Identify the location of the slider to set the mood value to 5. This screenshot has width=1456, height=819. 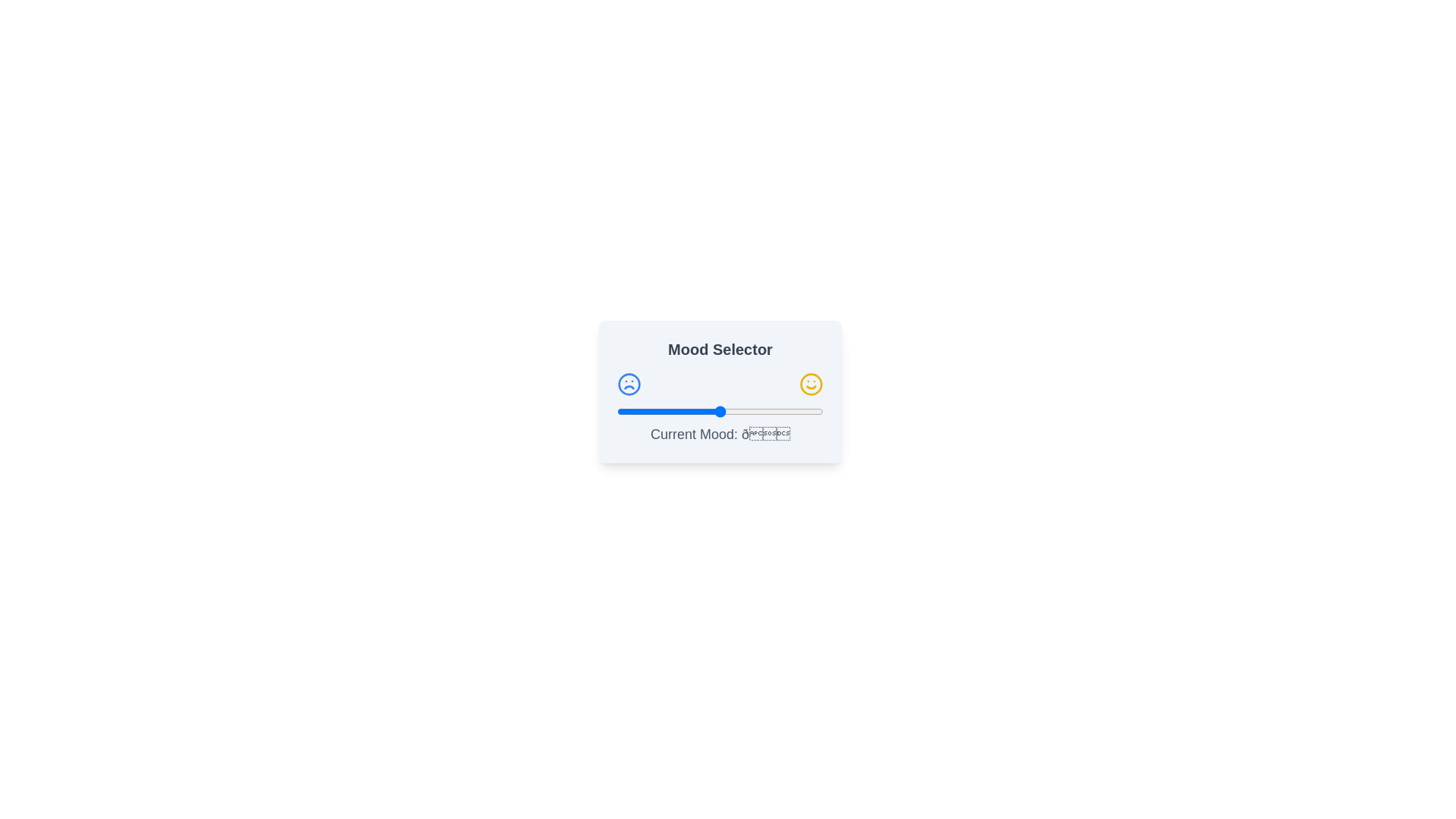
(627, 412).